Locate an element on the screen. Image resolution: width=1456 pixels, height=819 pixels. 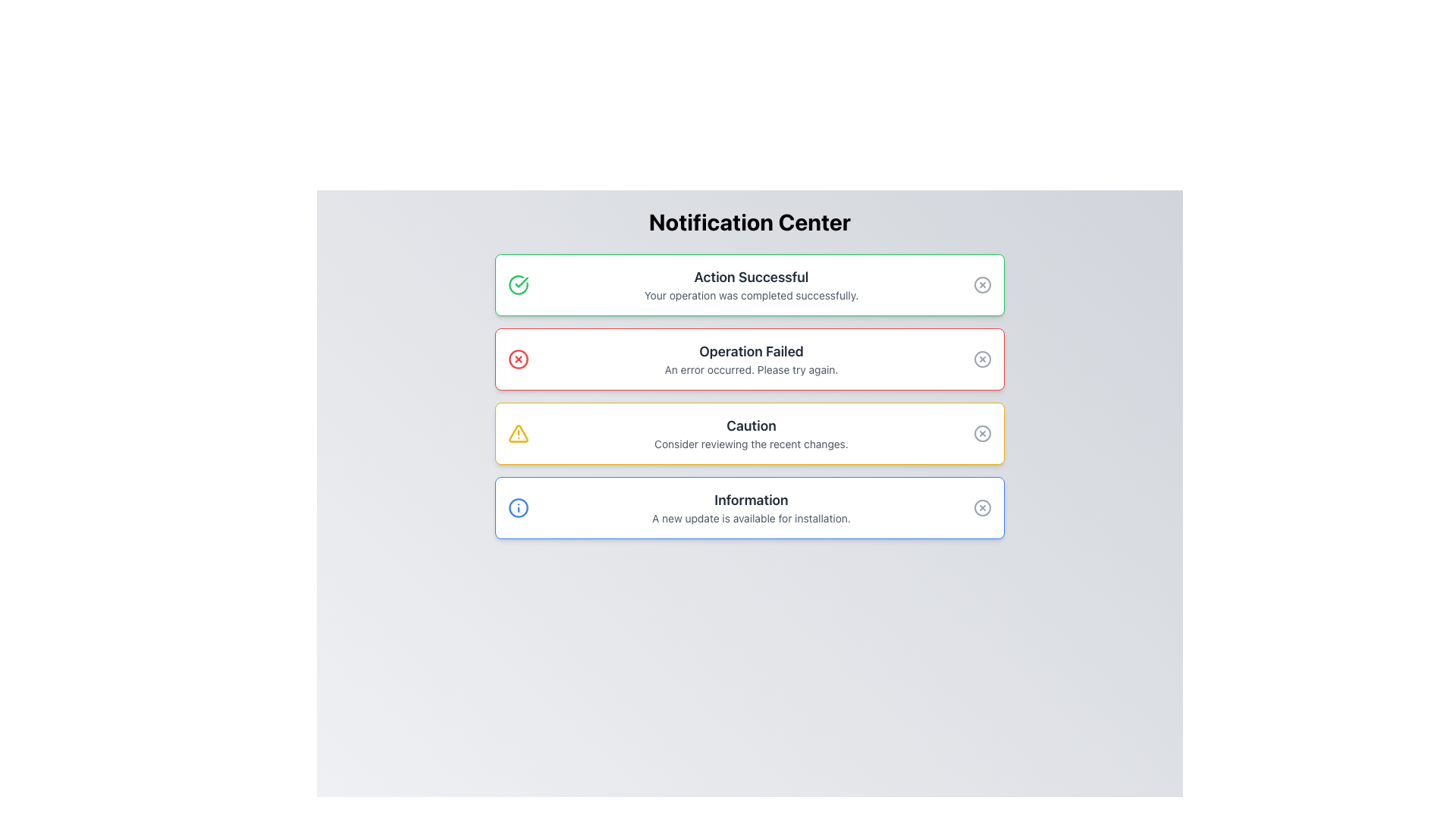
descriptive message of the text label located below the 'Operation Failed' title in the red-bordered notification box is located at coordinates (751, 370).